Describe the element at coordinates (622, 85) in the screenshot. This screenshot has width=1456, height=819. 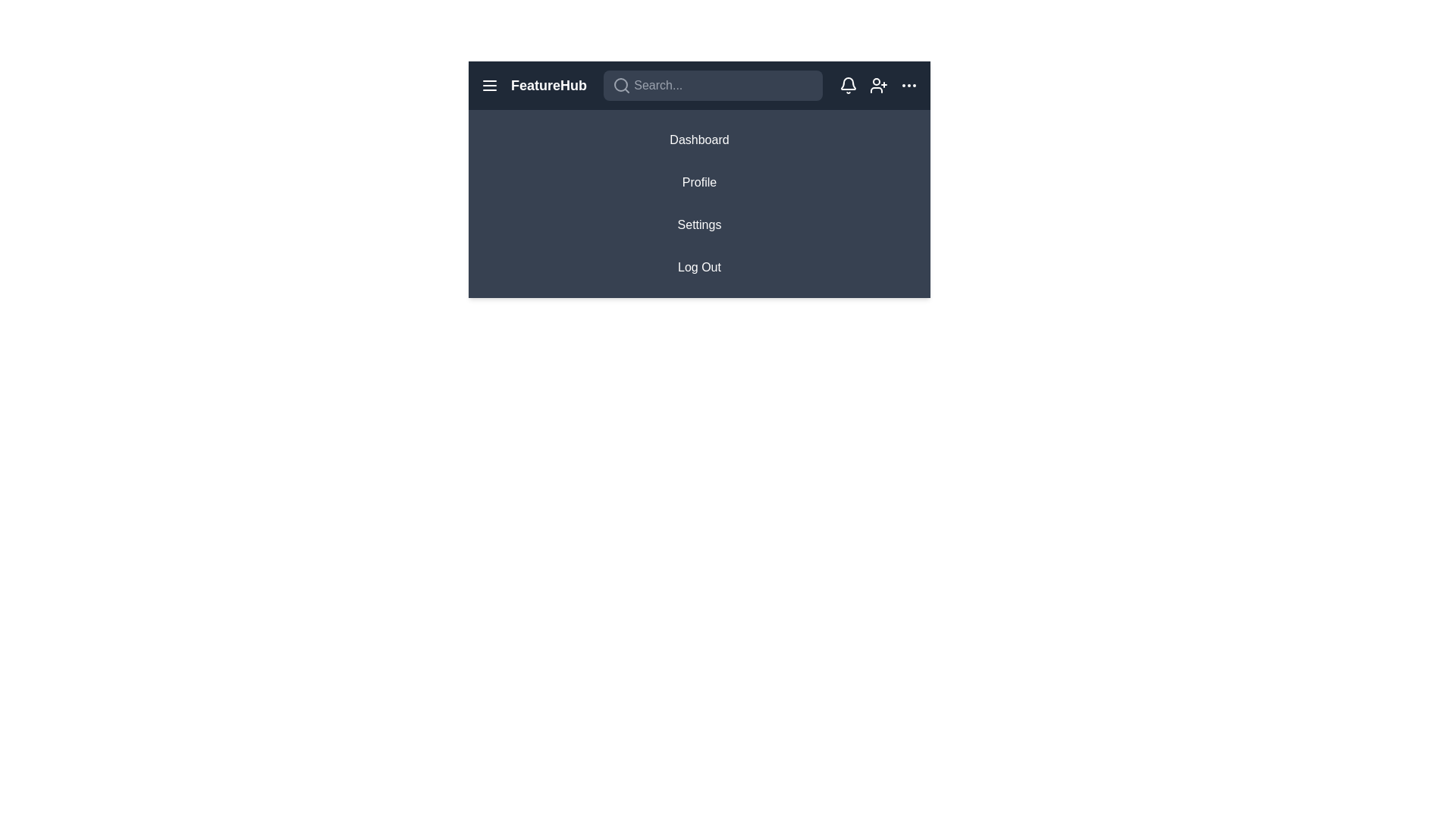
I see `the magnifying glass icon located on the left side inside the search bar field in the header of the interface` at that location.